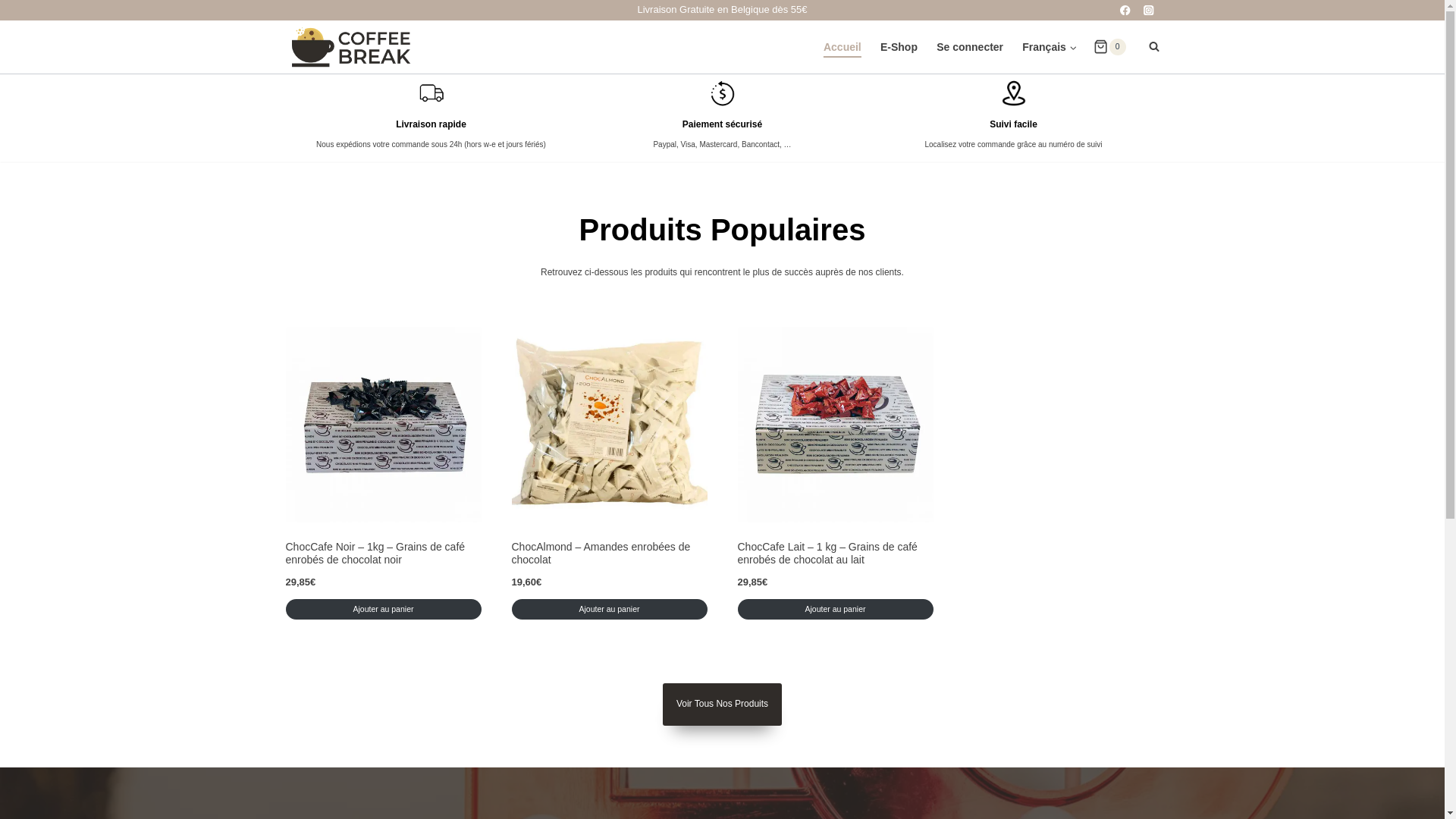  What do you see at coordinates (833, 608) in the screenshot?
I see `'Ajouter au panier'` at bounding box center [833, 608].